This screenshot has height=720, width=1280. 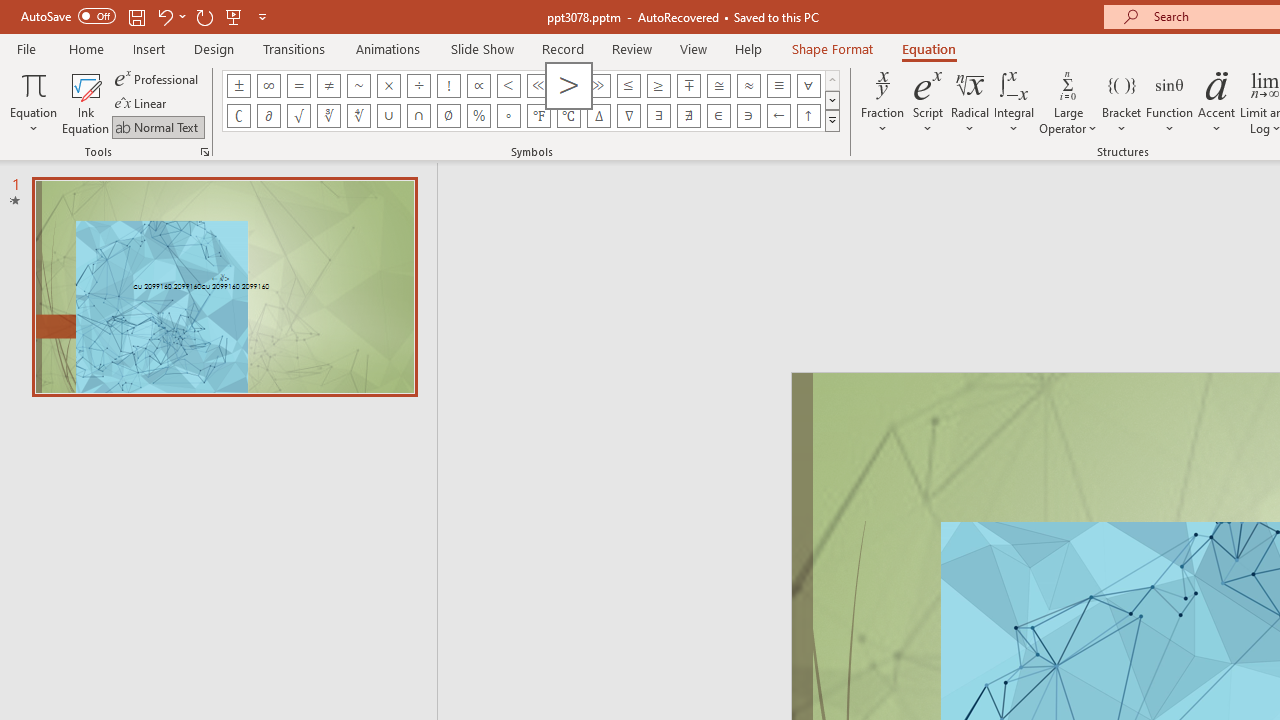 What do you see at coordinates (532, 100) in the screenshot?
I see `'AutomationID: EquationSymbolsInsertGallery'` at bounding box center [532, 100].